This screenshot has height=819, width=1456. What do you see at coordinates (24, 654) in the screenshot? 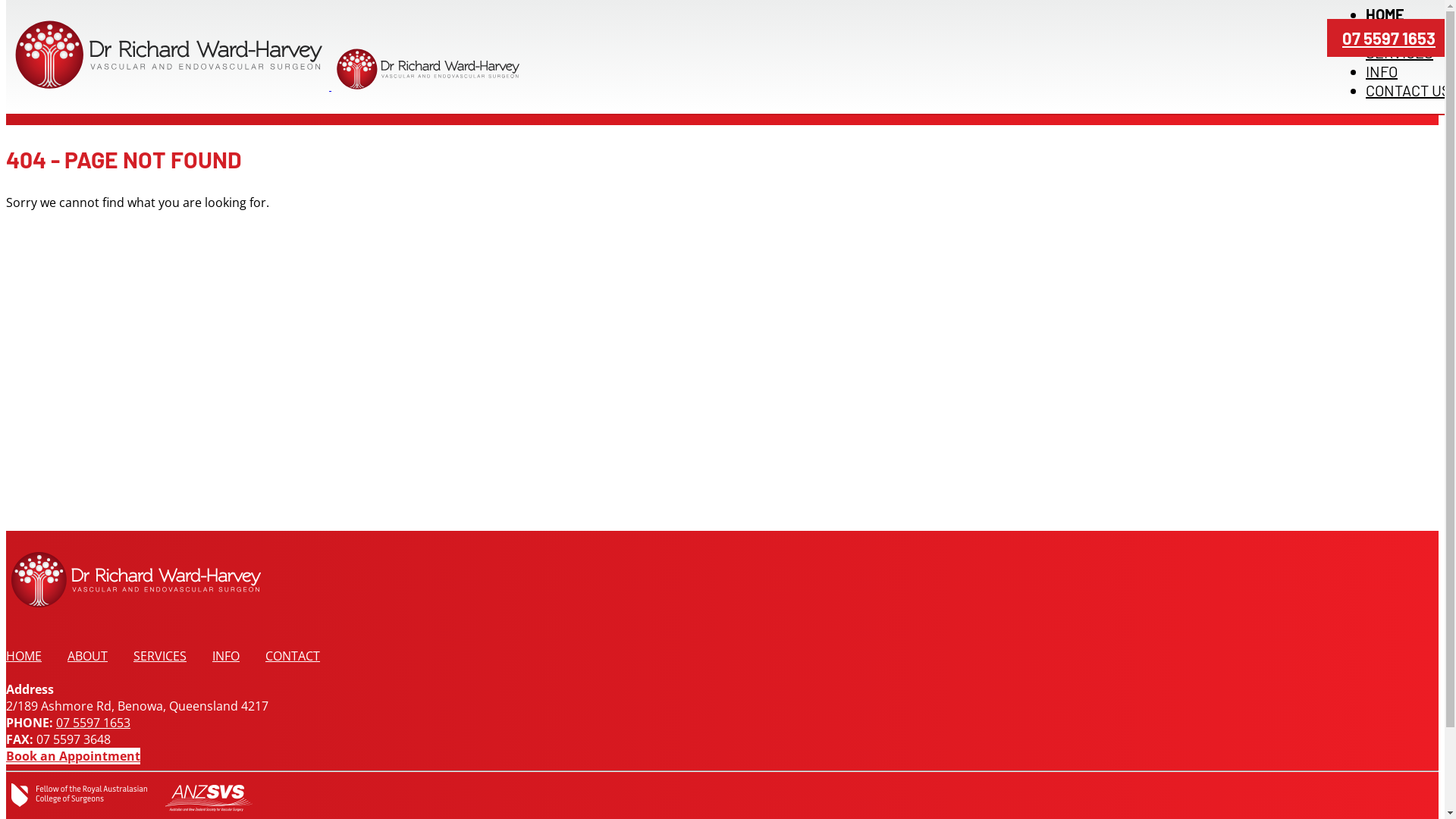
I see `'HOME'` at bounding box center [24, 654].